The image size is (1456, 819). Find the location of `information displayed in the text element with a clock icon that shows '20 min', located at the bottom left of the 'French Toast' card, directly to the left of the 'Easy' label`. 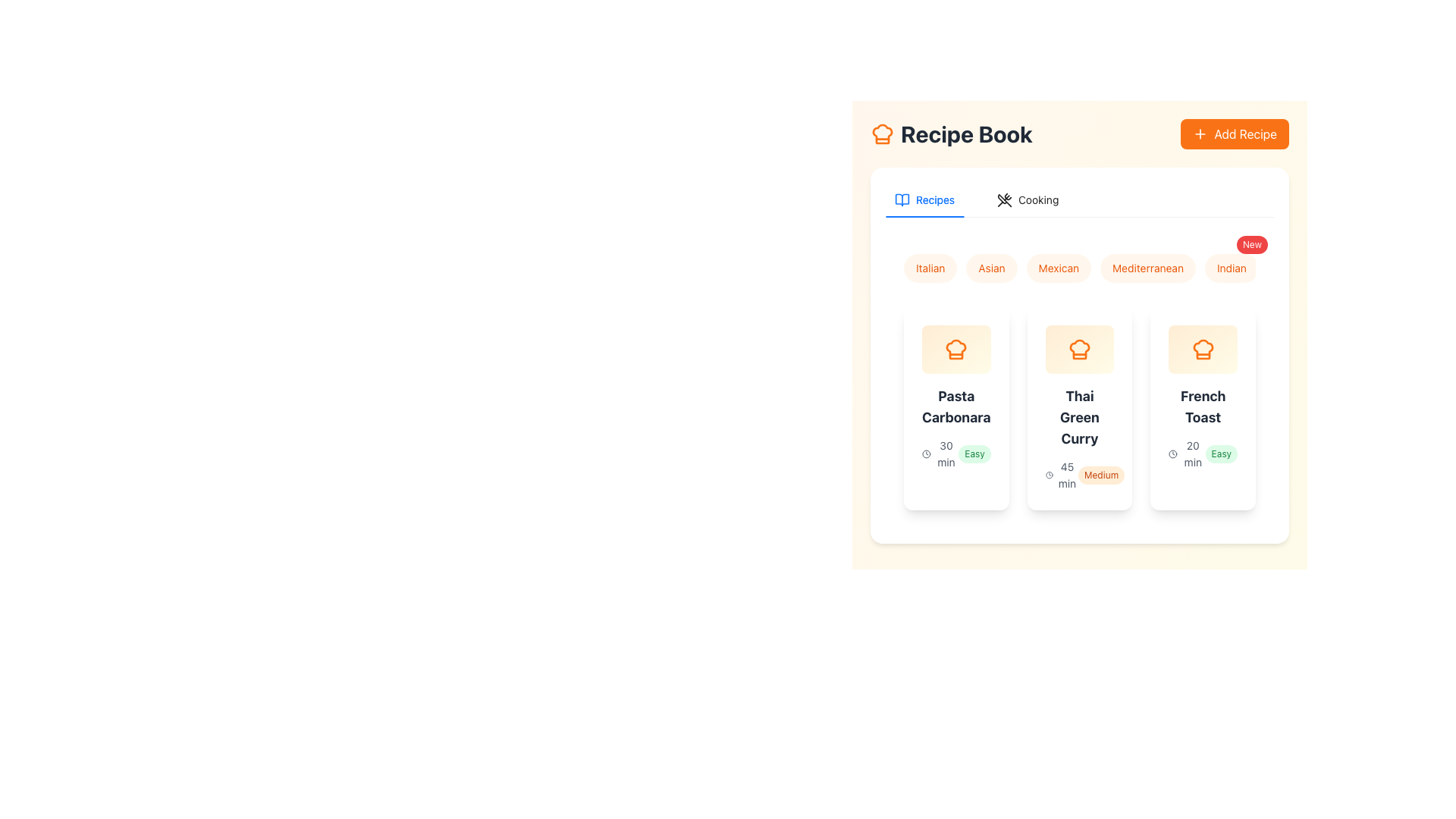

information displayed in the text element with a clock icon that shows '20 min', located at the bottom left of the 'French Toast' card, directly to the left of the 'Easy' label is located at coordinates (1186, 453).